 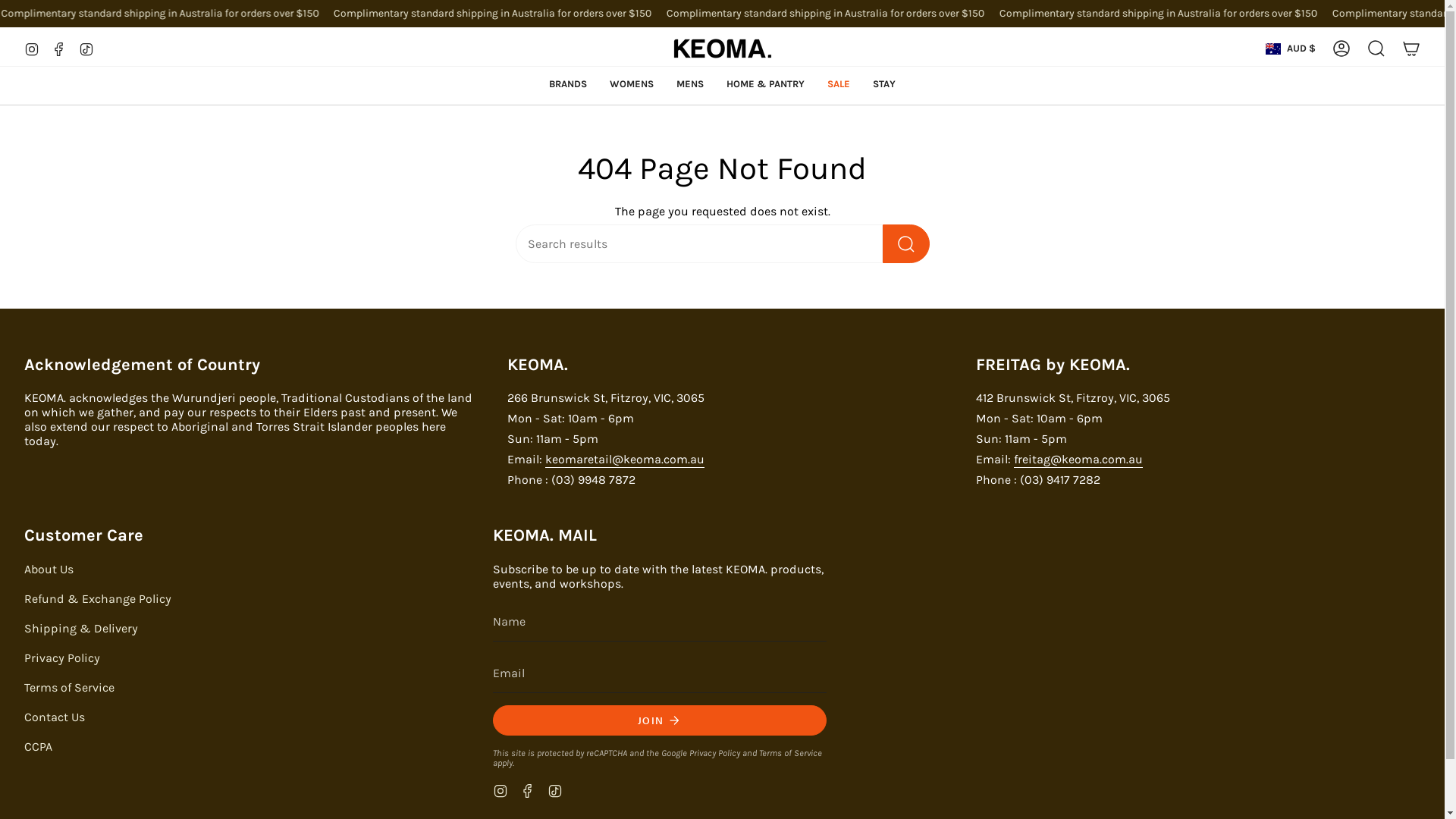 What do you see at coordinates (49, 569) in the screenshot?
I see `'About Us'` at bounding box center [49, 569].